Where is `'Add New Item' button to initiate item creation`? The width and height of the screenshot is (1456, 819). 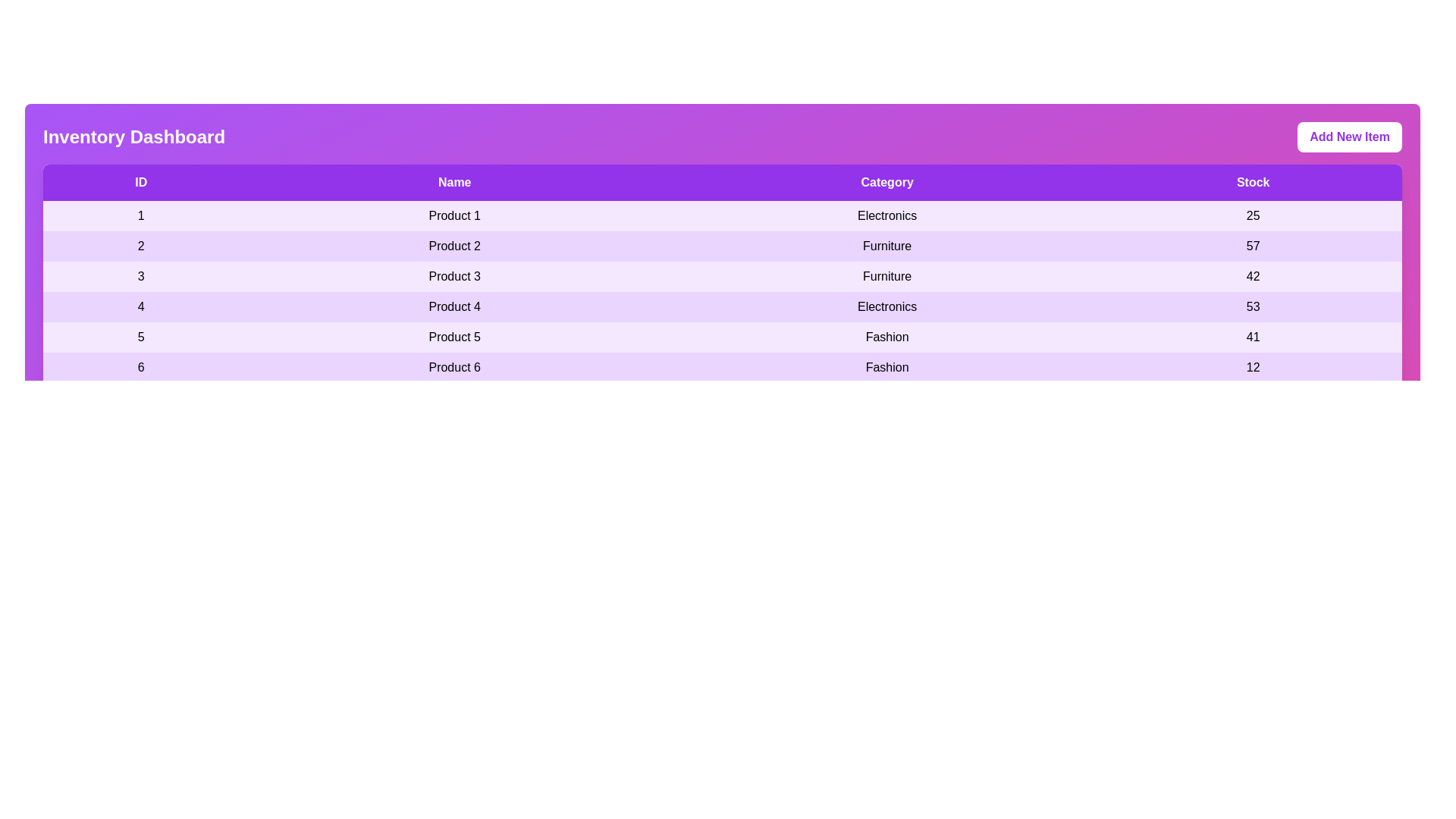
'Add New Item' button to initiate item creation is located at coordinates (1350, 137).